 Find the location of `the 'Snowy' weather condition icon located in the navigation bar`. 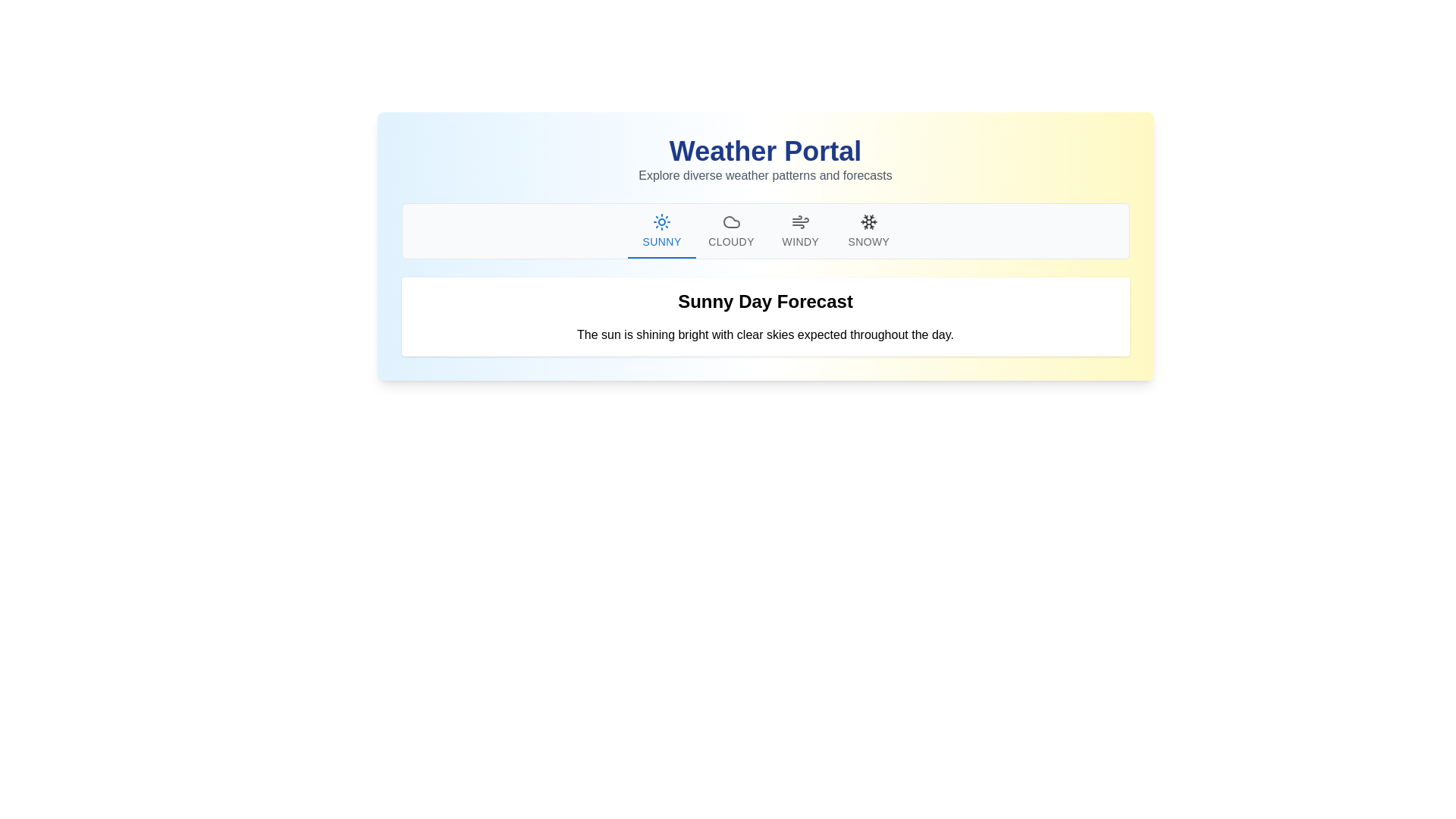

the 'Snowy' weather condition icon located in the navigation bar is located at coordinates (868, 222).